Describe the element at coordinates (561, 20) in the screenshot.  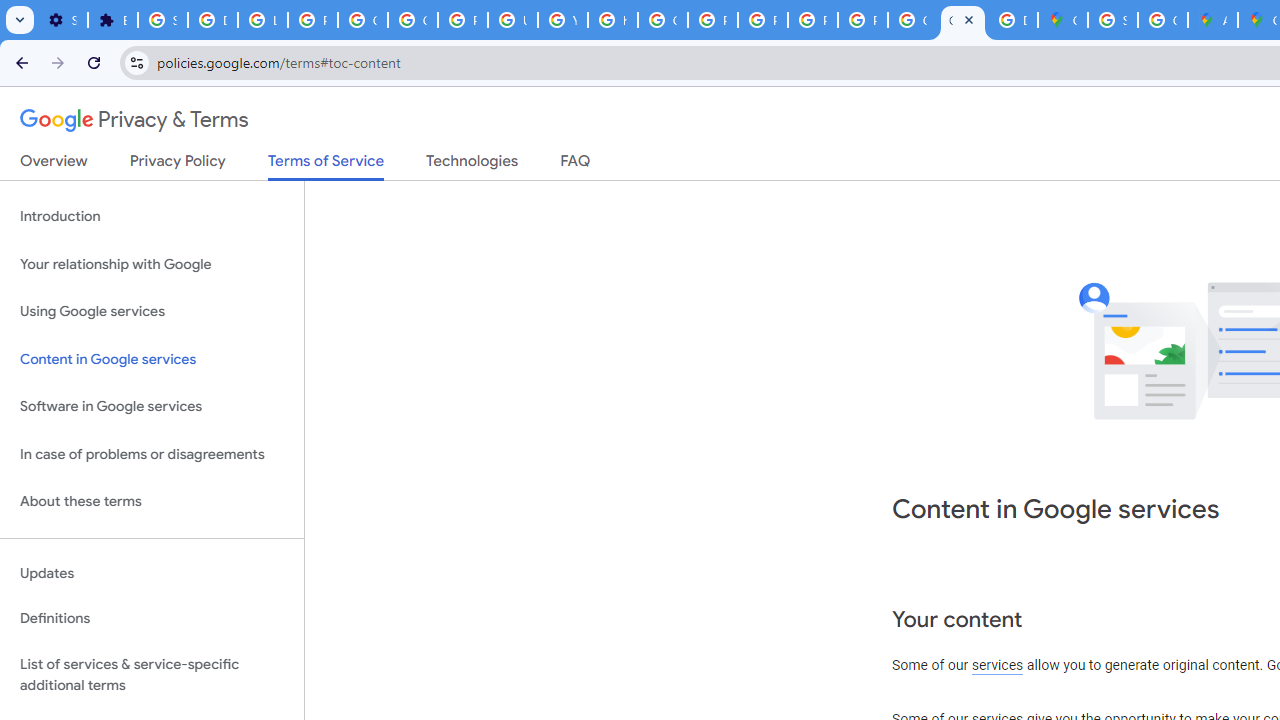
I see `'YouTube'` at that location.